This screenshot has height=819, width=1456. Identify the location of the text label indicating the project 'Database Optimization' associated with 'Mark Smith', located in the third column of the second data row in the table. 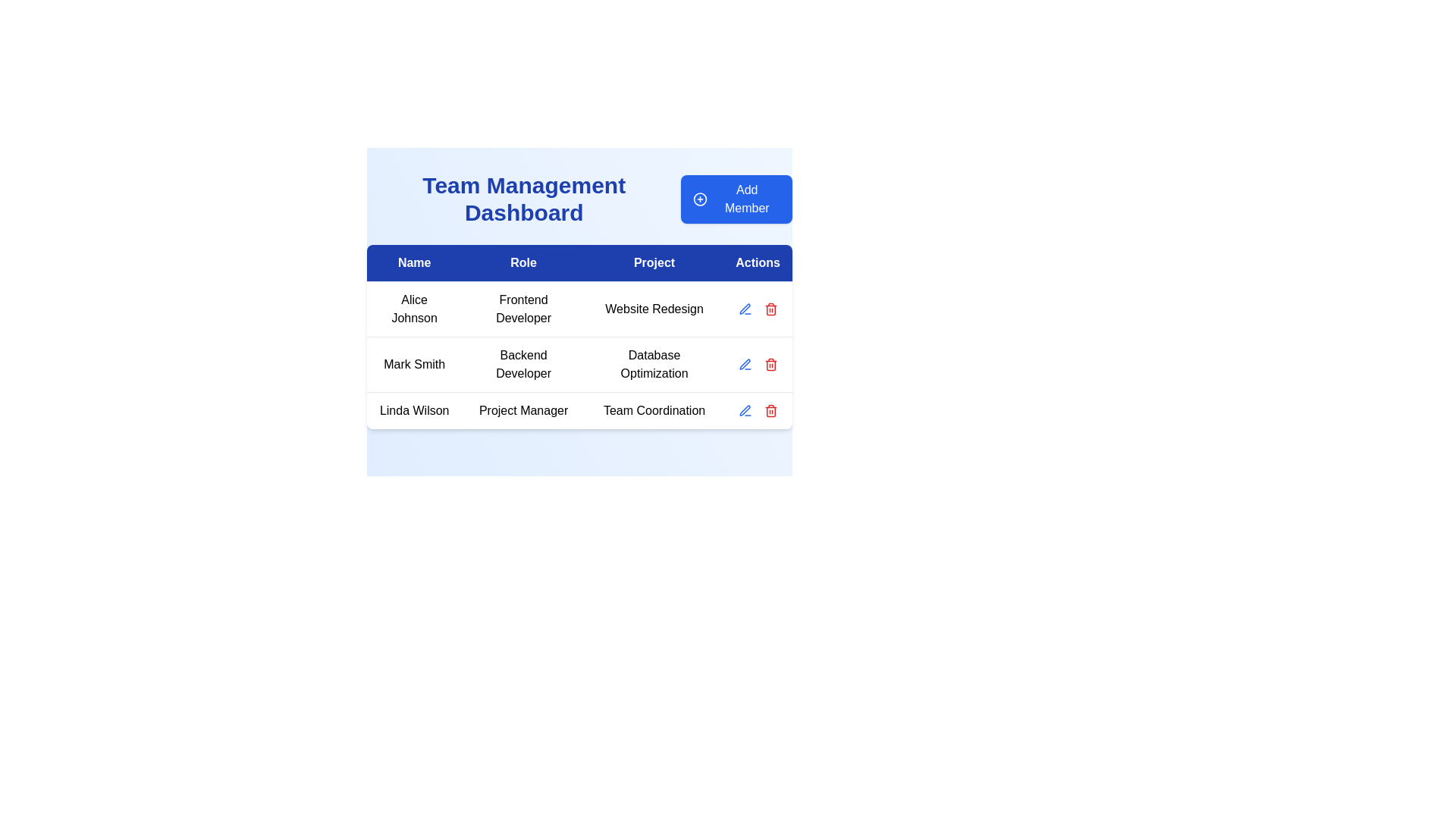
(654, 365).